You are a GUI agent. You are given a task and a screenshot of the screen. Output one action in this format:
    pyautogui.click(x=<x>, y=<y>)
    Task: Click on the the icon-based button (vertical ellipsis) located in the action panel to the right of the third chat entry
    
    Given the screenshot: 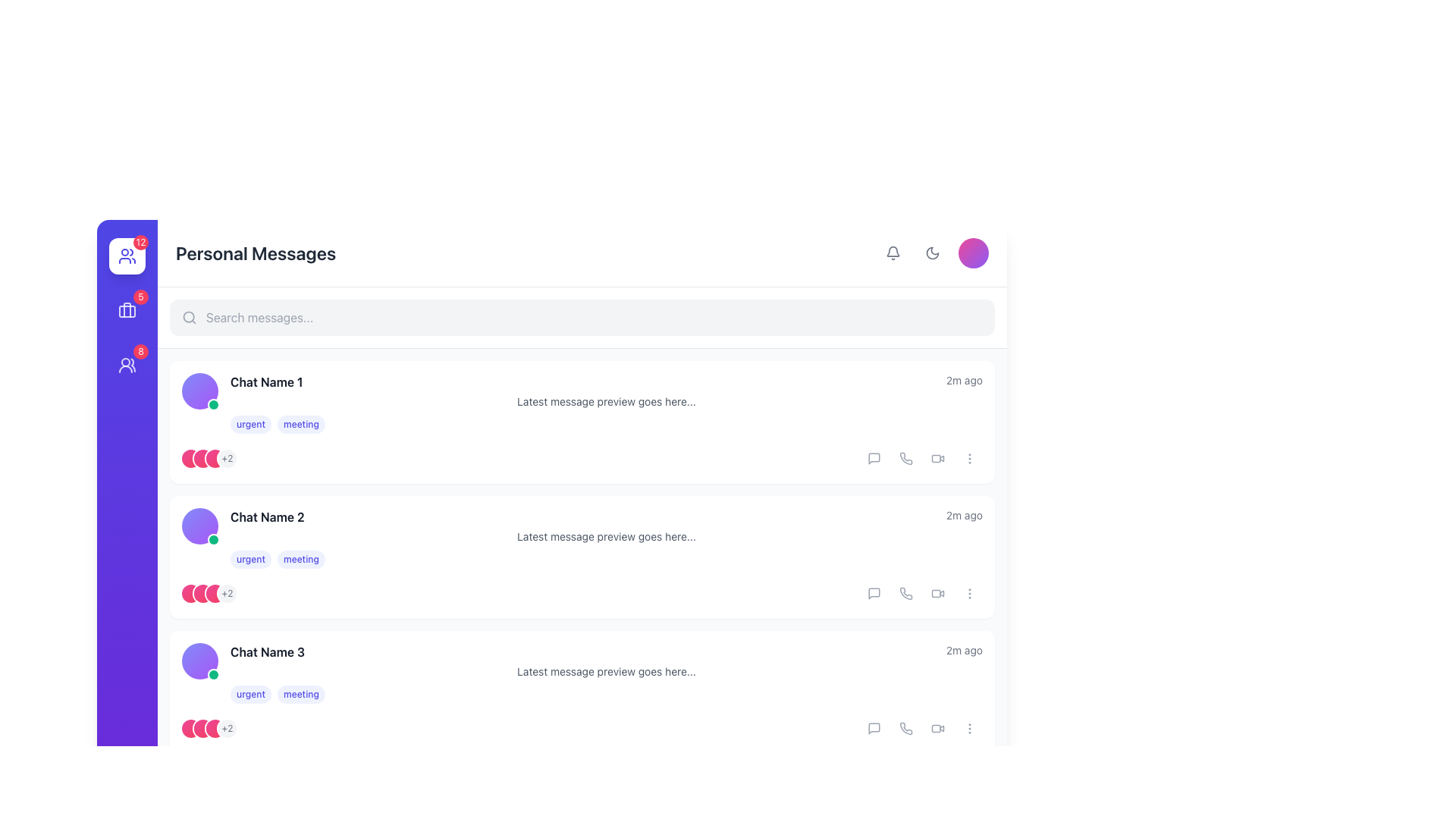 What is the action you would take?
    pyautogui.click(x=968, y=727)
    